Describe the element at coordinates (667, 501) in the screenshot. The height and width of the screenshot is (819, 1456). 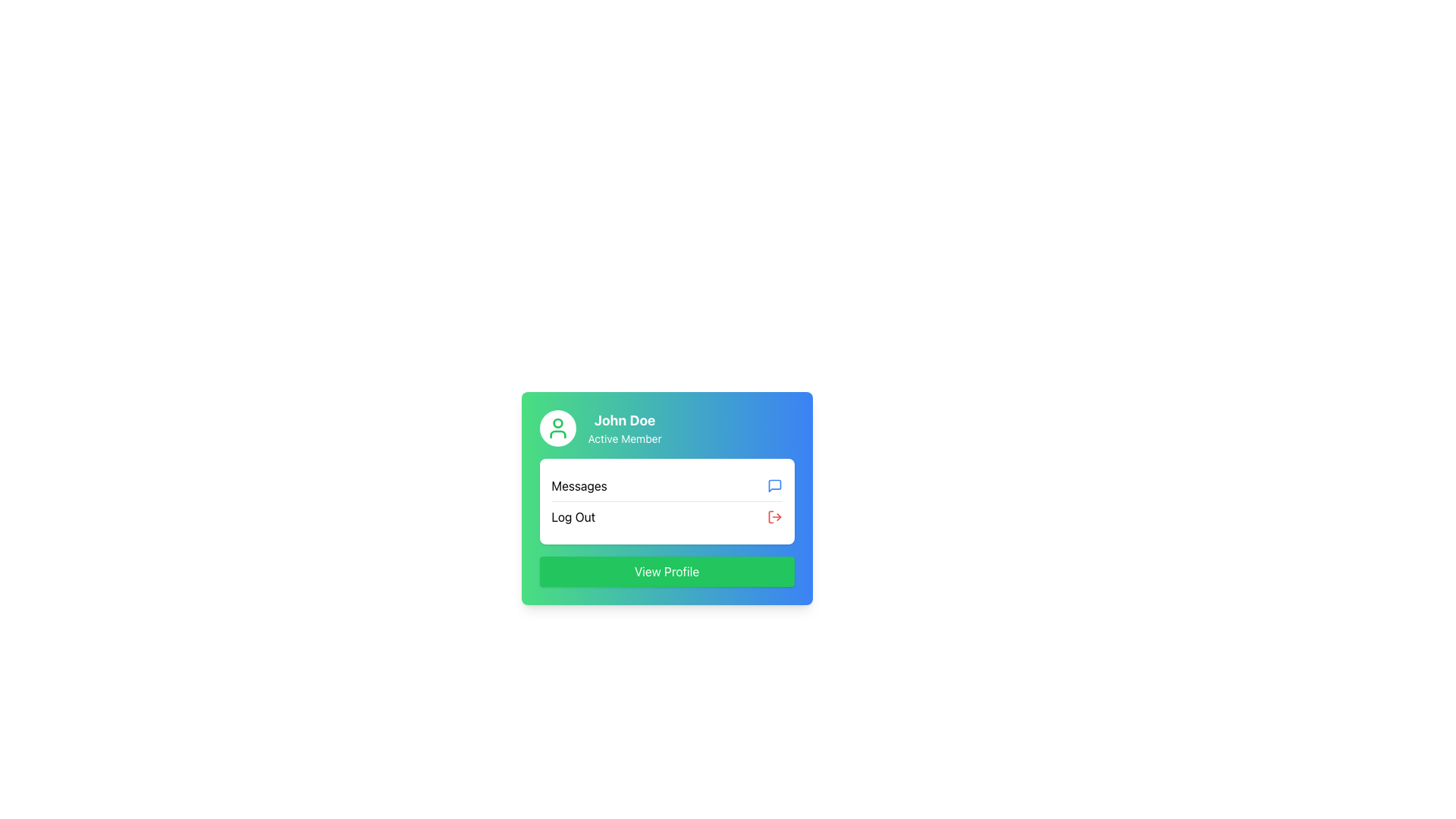
I see `the 'Messages' option in the menu located centrally below the user details and above the 'View Profile' button` at that location.